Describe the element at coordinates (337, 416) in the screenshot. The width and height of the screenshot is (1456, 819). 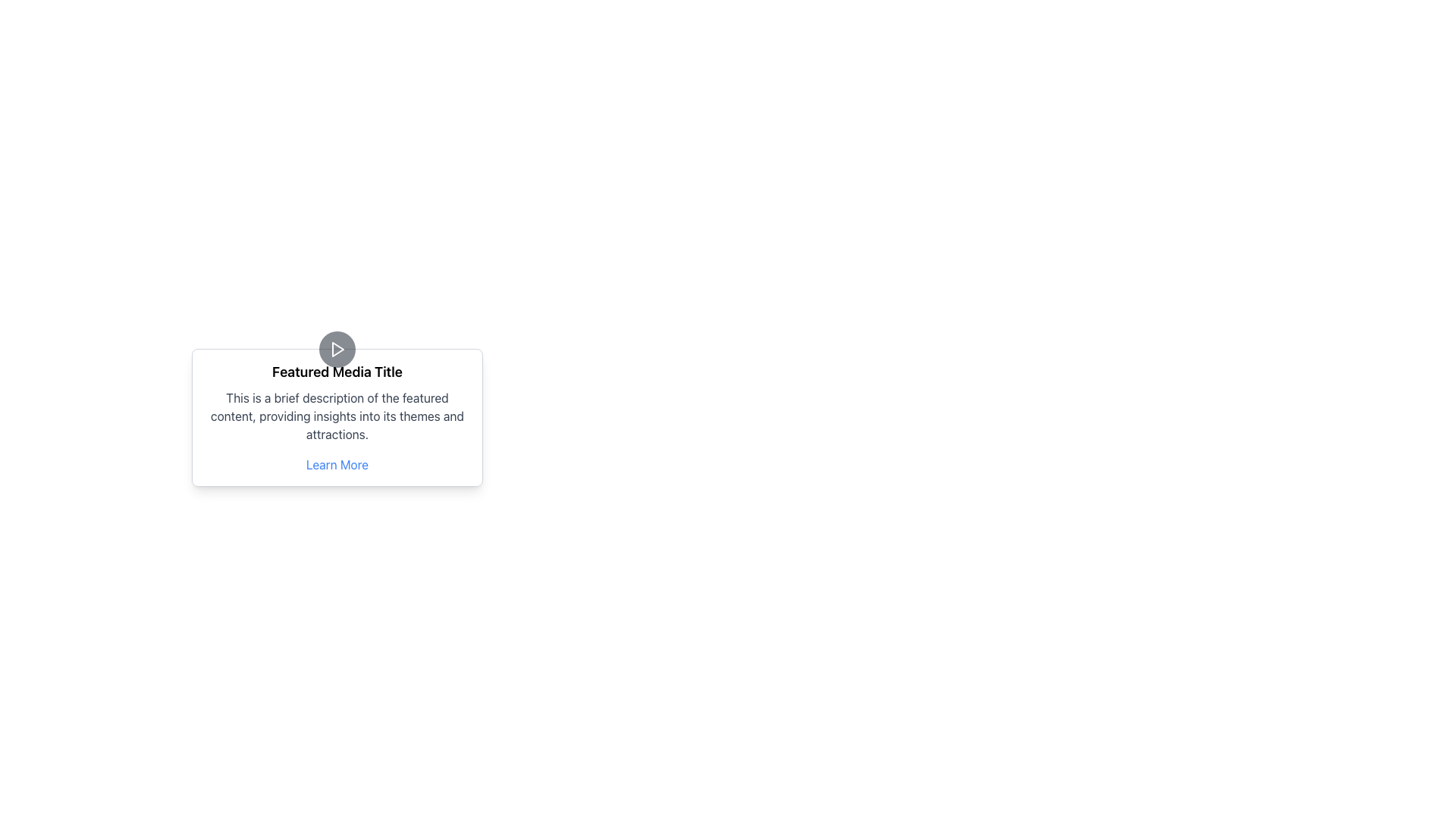
I see `the multi-line textual description in gray font that reads 'This is a brief description of the featured content, providing insights into its themes and attractions.' This text is located below the title 'Featured Media Title' and above the 'Learn More' link` at that location.